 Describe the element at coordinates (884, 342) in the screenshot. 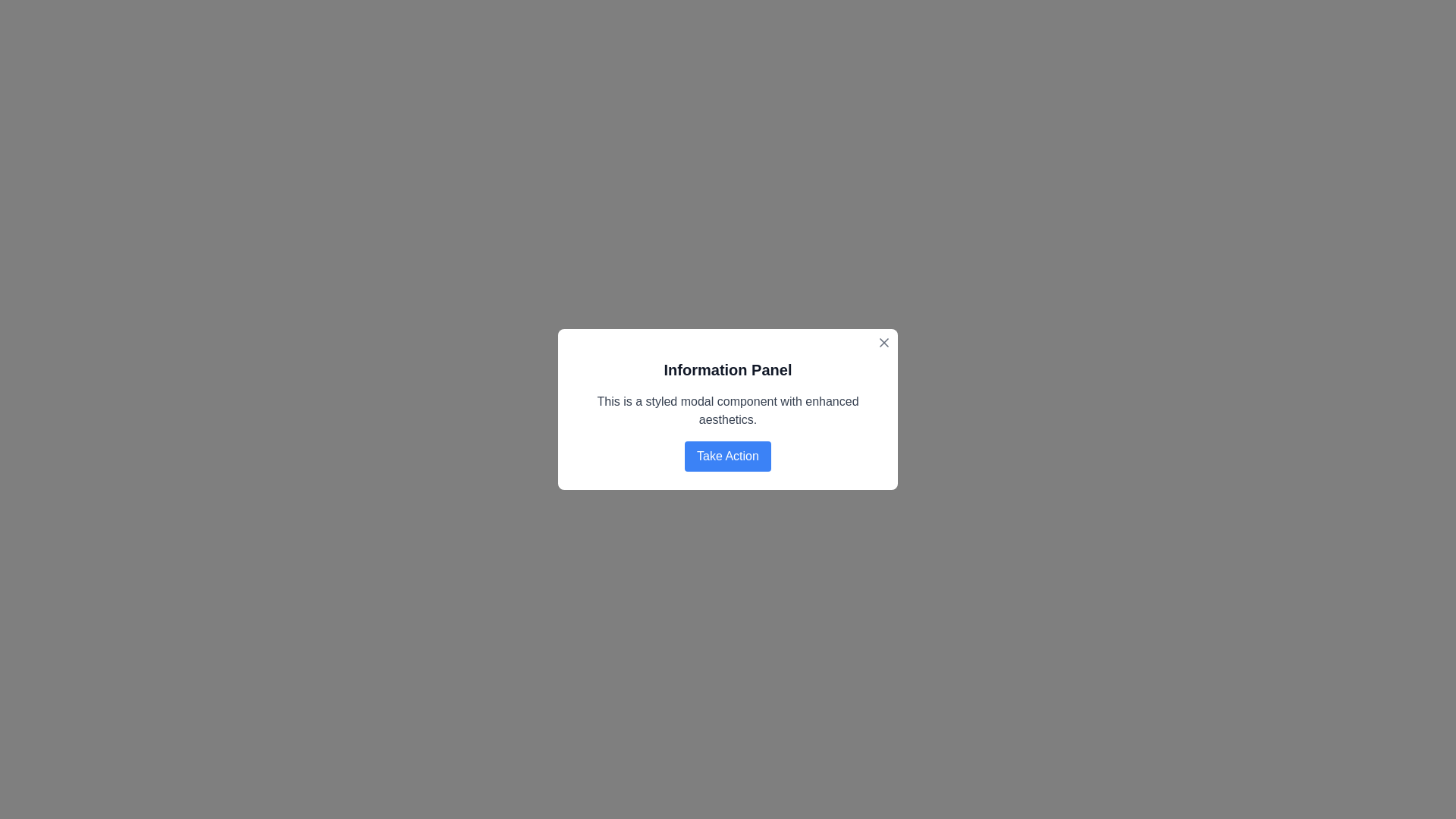

I see `the visual appearance of the diagonal stroke of the 'X' icon located at the top-right corner of the modal dialog` at that location.